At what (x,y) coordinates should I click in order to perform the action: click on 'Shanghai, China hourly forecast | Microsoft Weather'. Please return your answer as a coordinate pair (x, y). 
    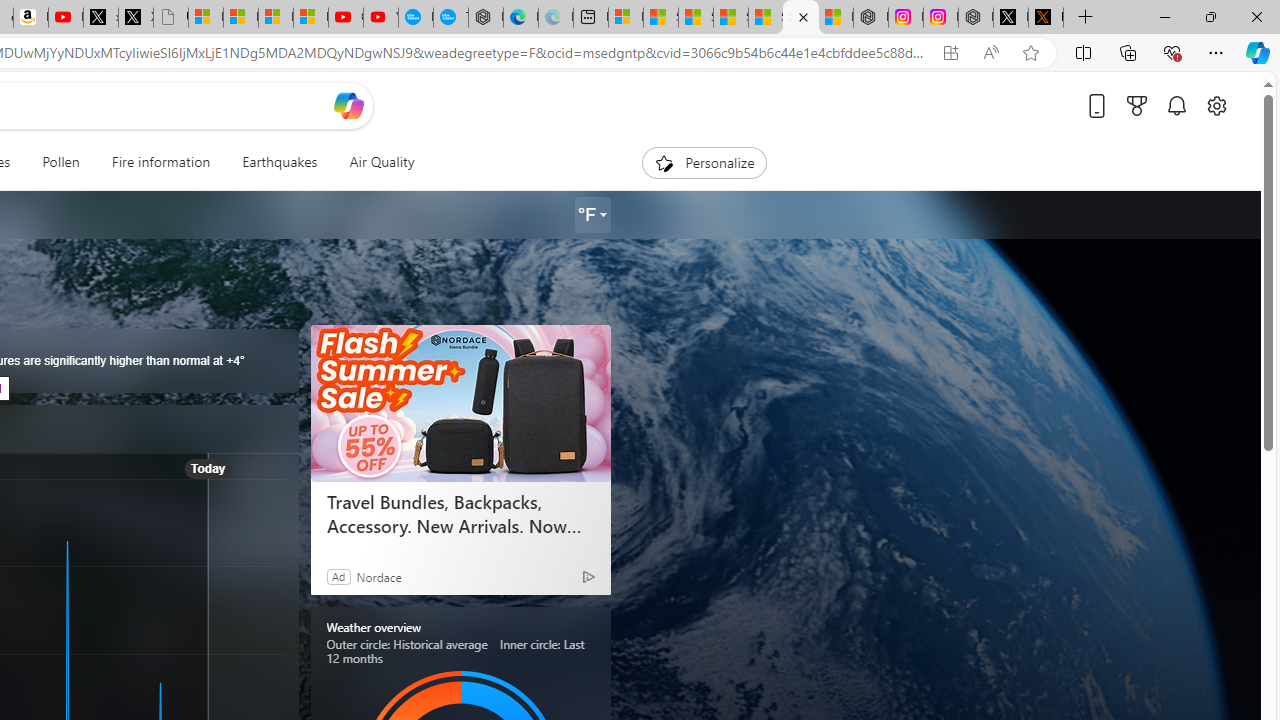
    Looking at the image, I should click on (695, 17).